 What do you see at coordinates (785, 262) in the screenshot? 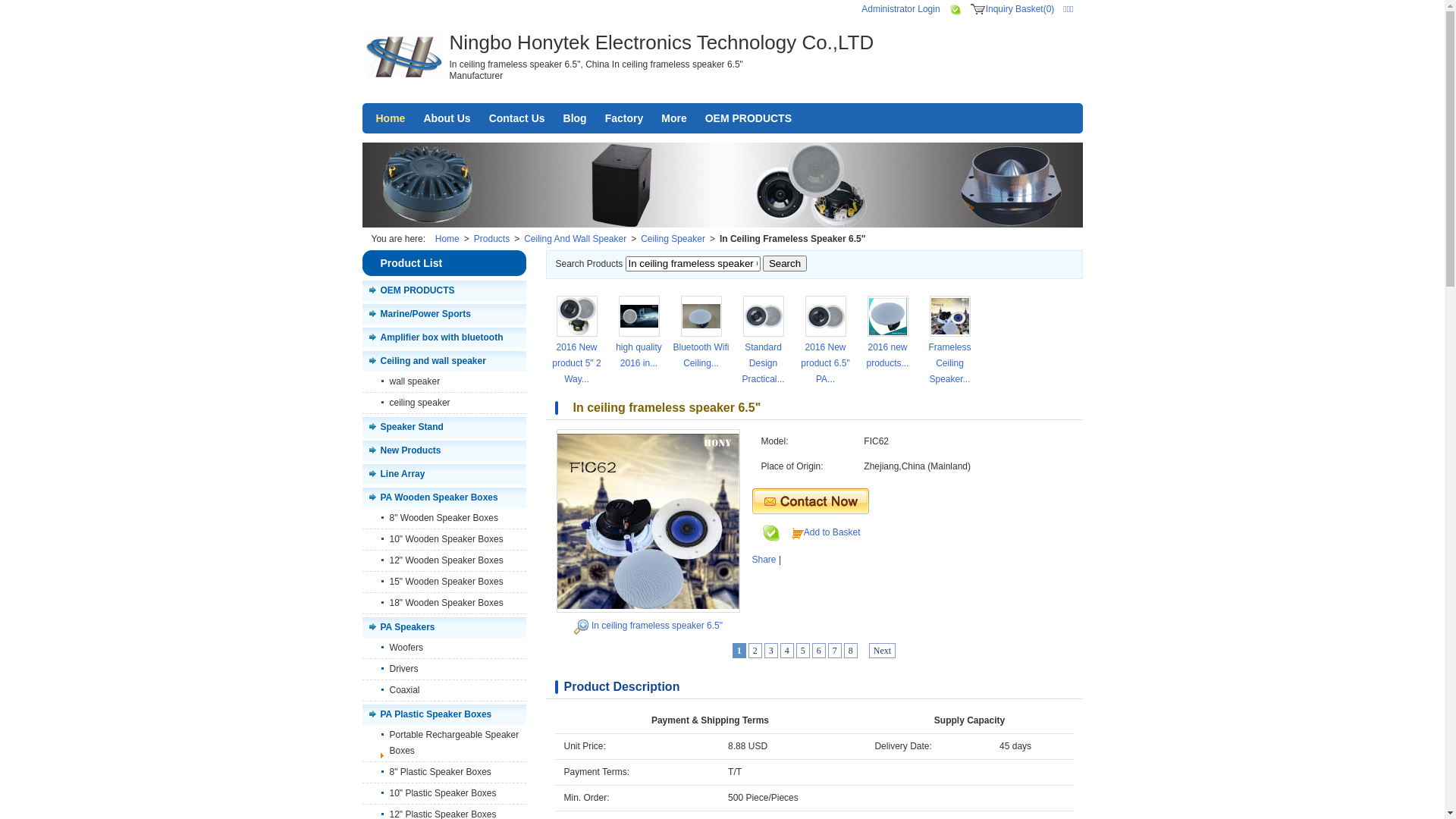
I see `'Search'` at bounding box center [785, 262].